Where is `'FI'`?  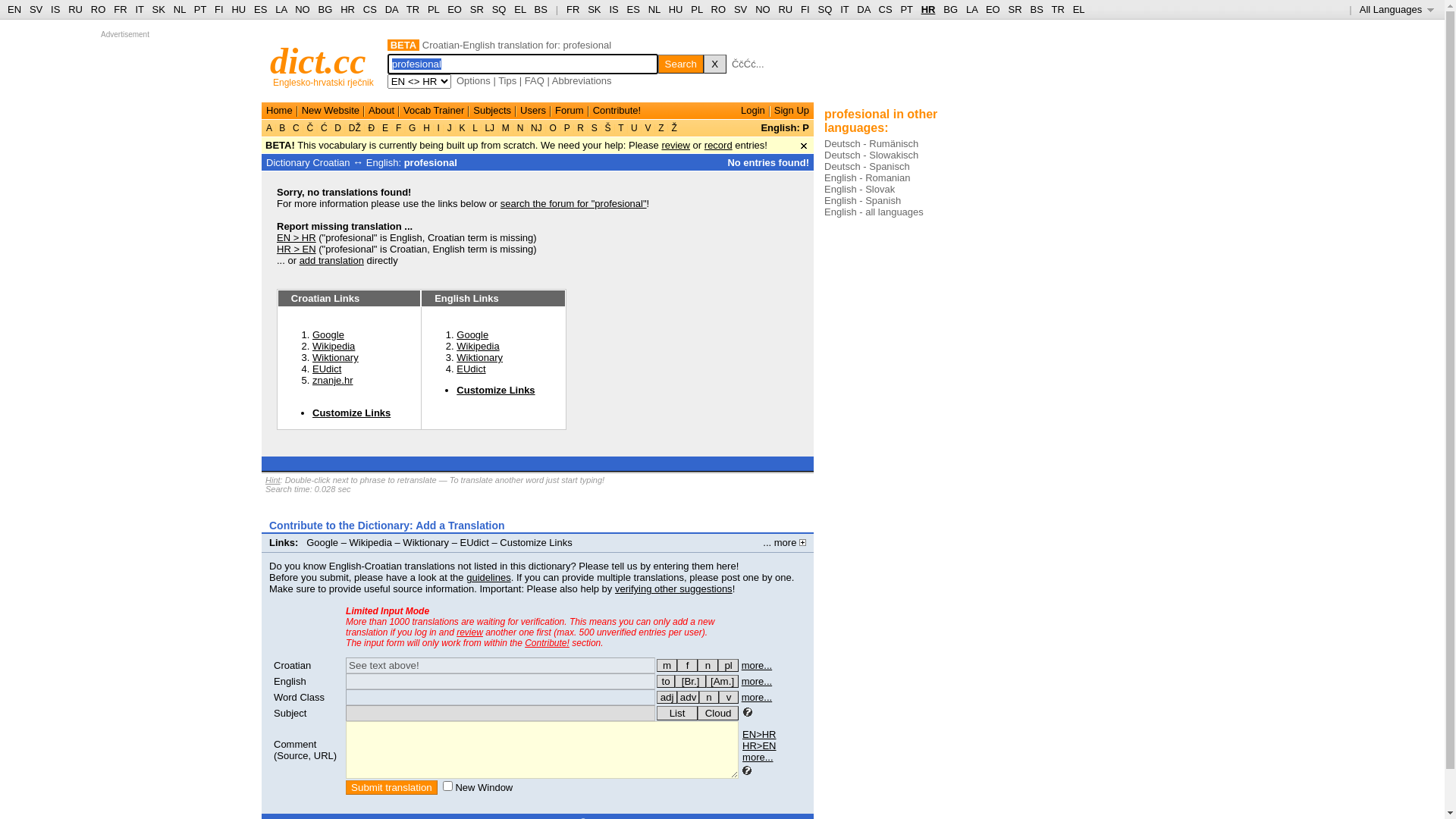 'FI' is located at coordinates (804, 9).